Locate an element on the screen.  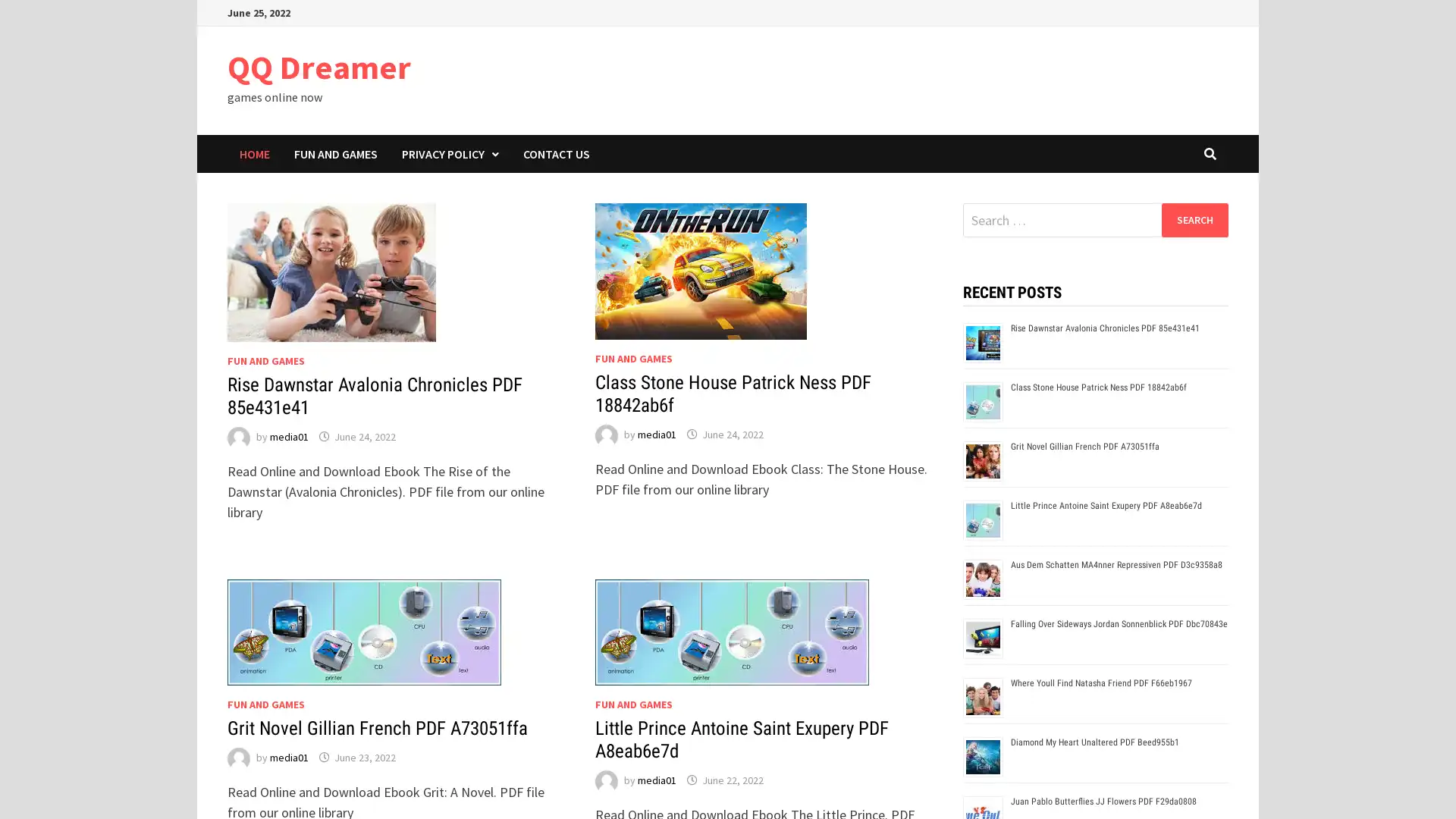
Search is located at coordinates (1194, 219).